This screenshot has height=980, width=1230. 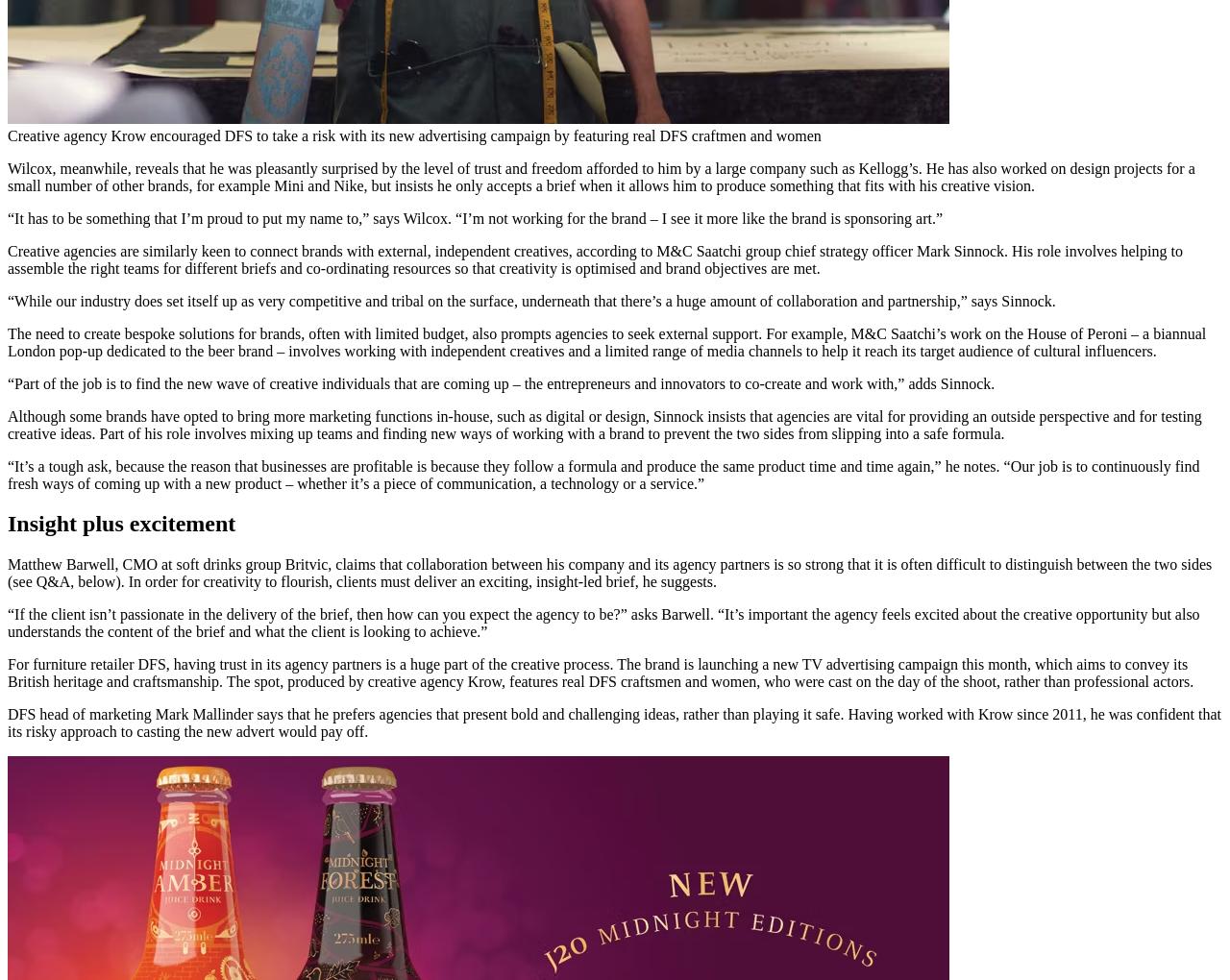 What do you see at coordinates (600, 672) in the screenshot?
I see `'For furniture retailer DFS, having trust in its agency partners is a huge part of the creative process. The brand is launching a new TV advertising campaign this month, which aims to convey its British heritage and craftsmanship. The spot, produced by creative agency Krow, features real DFS craftsmen and women, who were cast on the day of the shoot, rather than professional actors.'` at bounding box center [600, 672].